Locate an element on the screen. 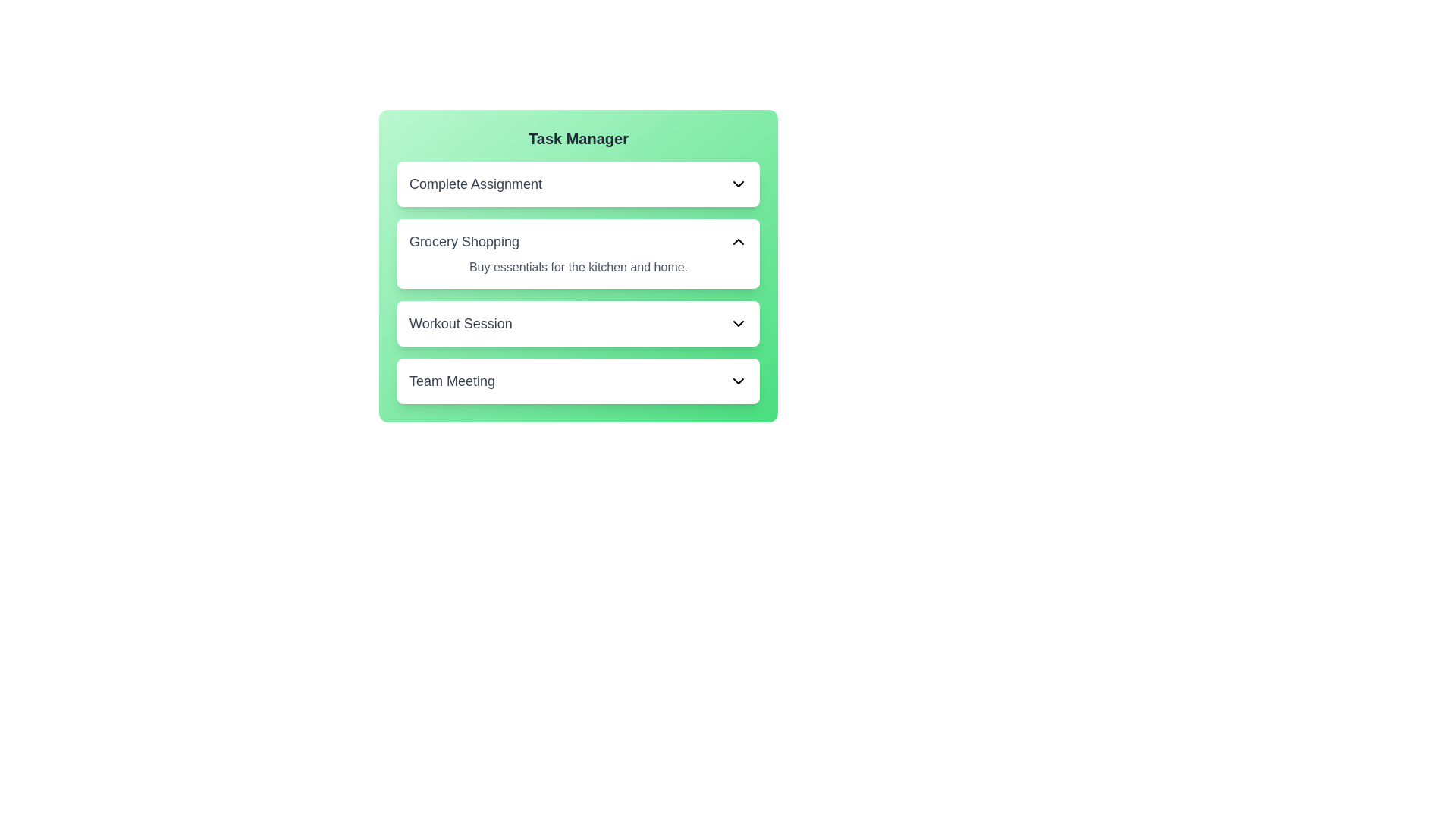 This screenshot has height=819, width=1456. the task card with title Complete Assignment is located at coordinates (578, 184).